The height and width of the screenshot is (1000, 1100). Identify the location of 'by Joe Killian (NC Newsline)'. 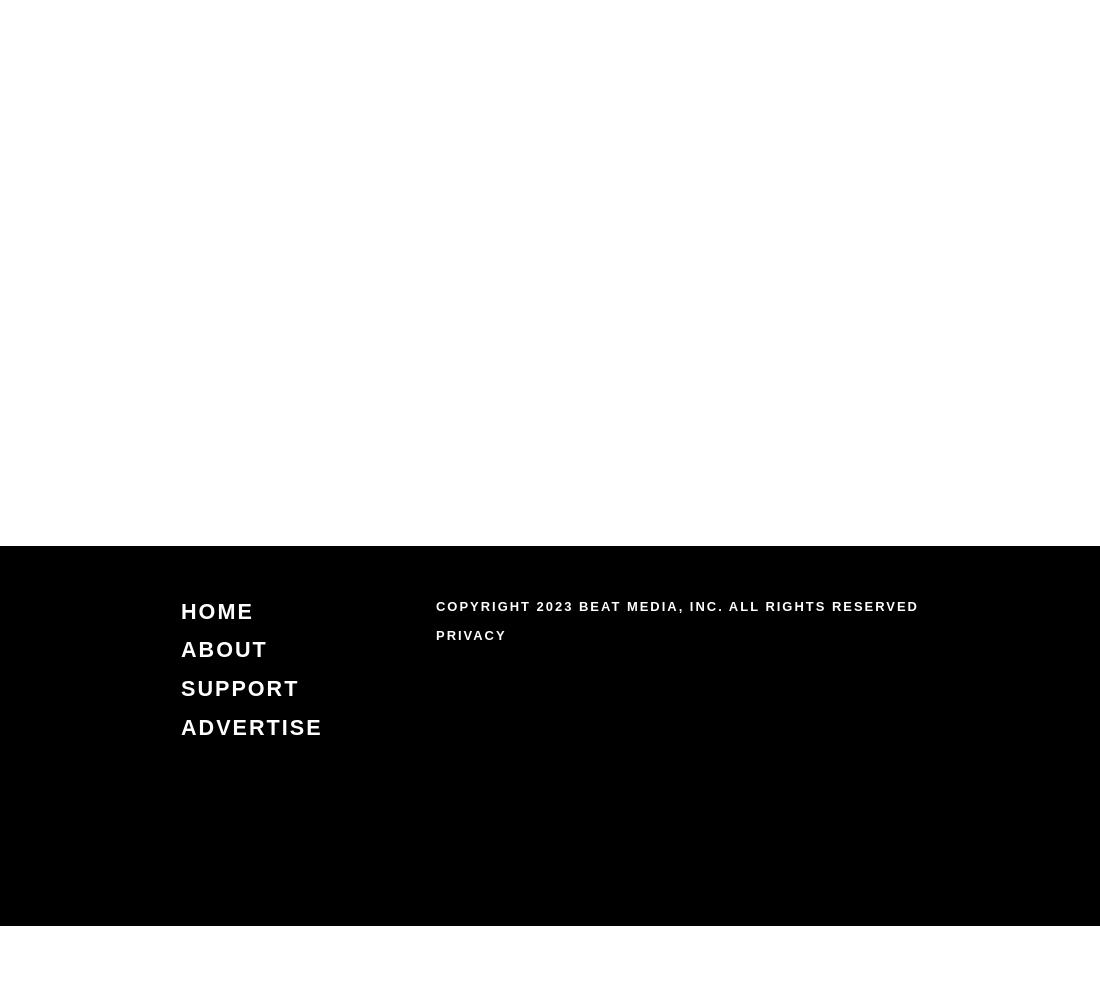
(487, 437).